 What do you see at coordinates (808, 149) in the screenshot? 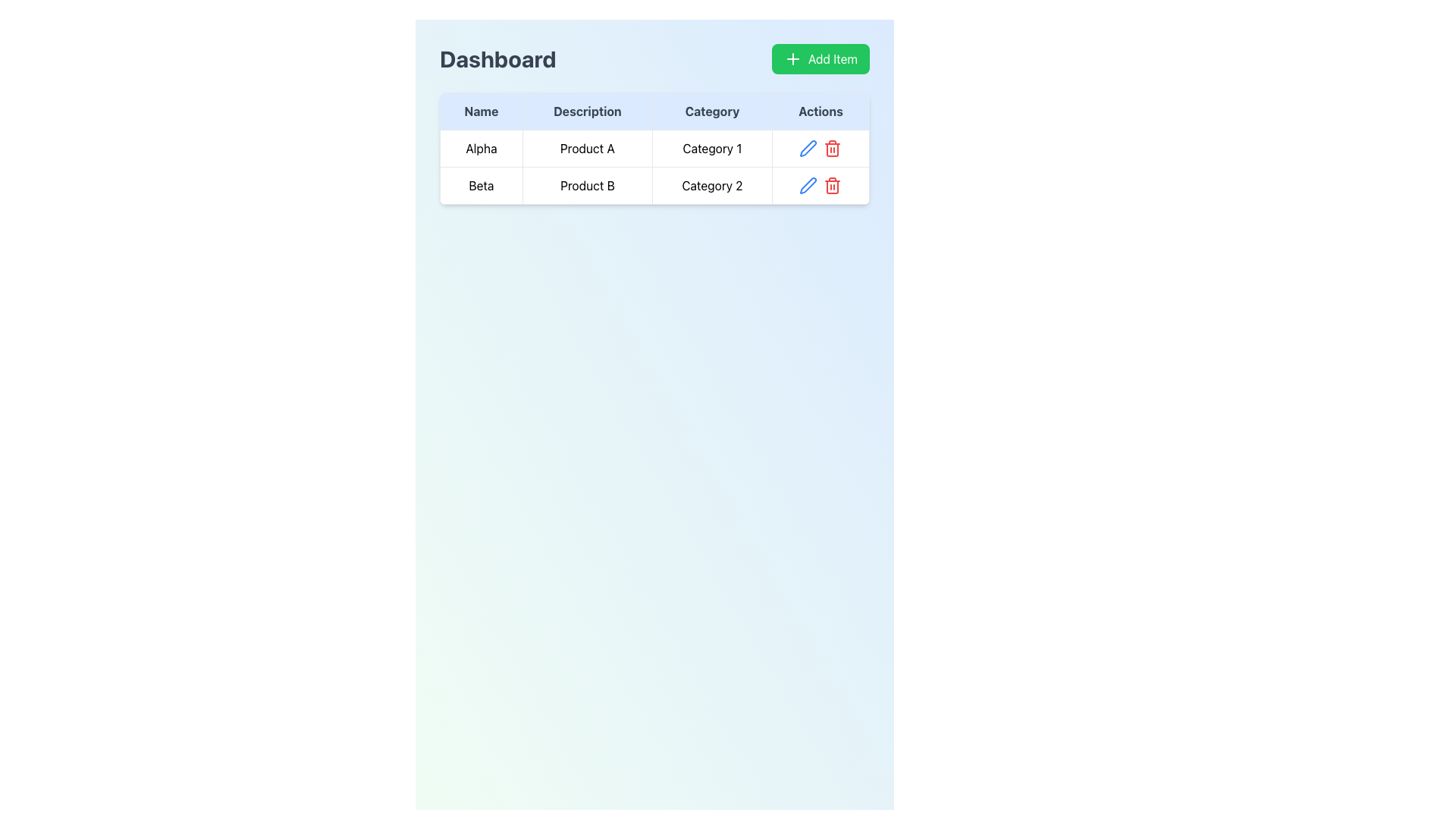
I see `the pen icon in the second row of the table under the 'Actions' column to initiate the edit action for the item 'Beta'` at bounding box center [808, 149].